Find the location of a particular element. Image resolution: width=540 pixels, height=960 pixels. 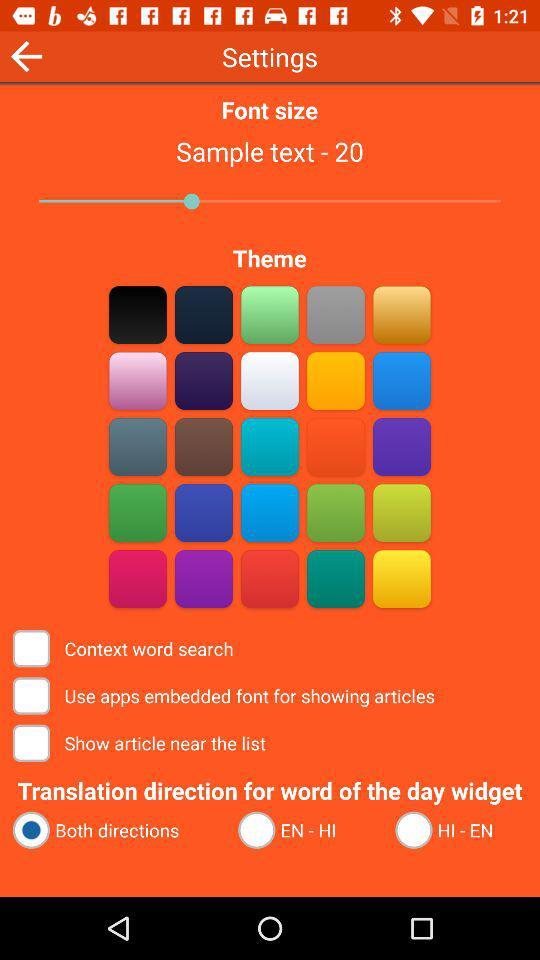

the color blue is located at coordinates (270, 446).